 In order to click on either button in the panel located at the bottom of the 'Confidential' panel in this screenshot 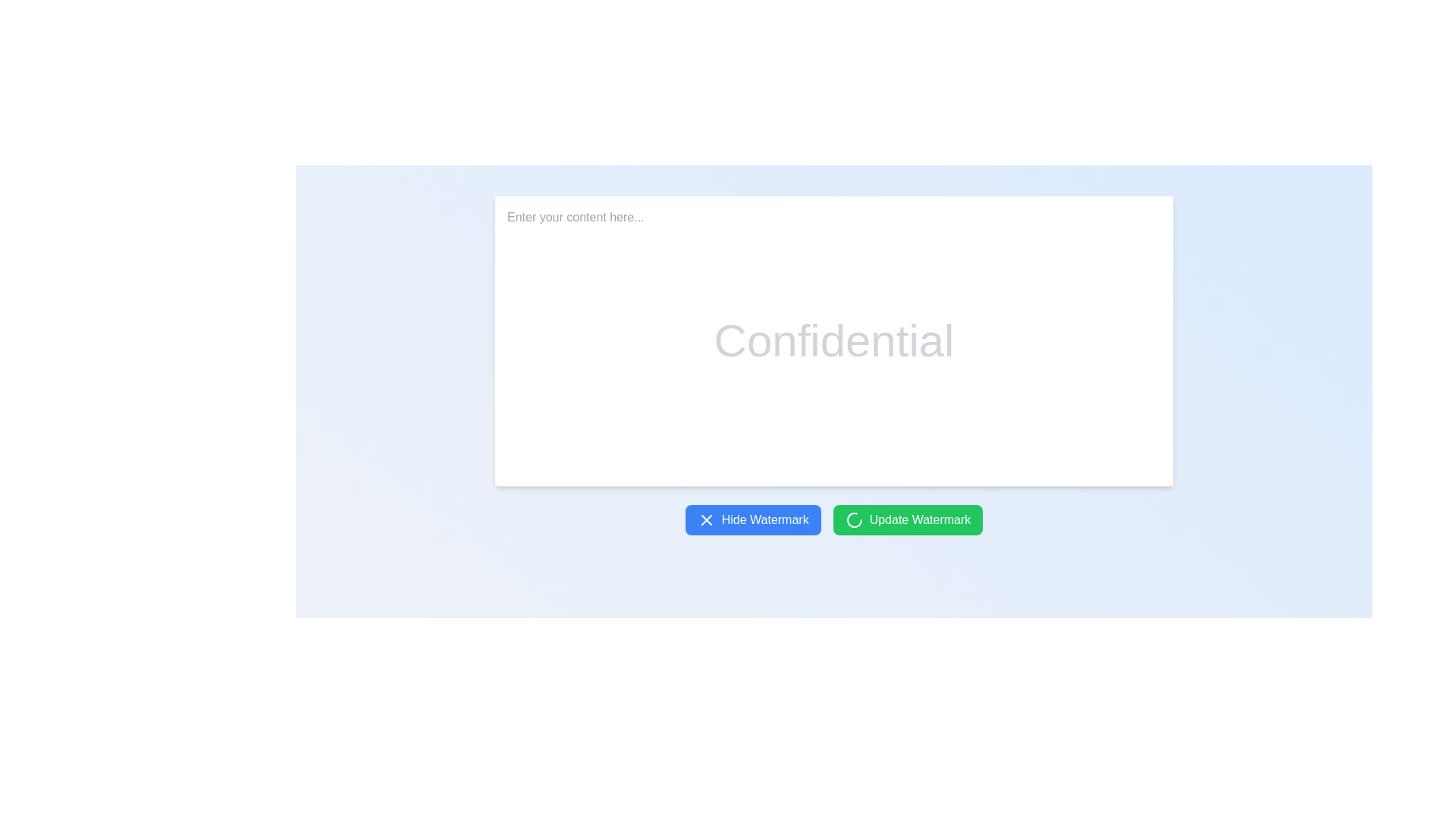, I will do `click(833, 519)`.